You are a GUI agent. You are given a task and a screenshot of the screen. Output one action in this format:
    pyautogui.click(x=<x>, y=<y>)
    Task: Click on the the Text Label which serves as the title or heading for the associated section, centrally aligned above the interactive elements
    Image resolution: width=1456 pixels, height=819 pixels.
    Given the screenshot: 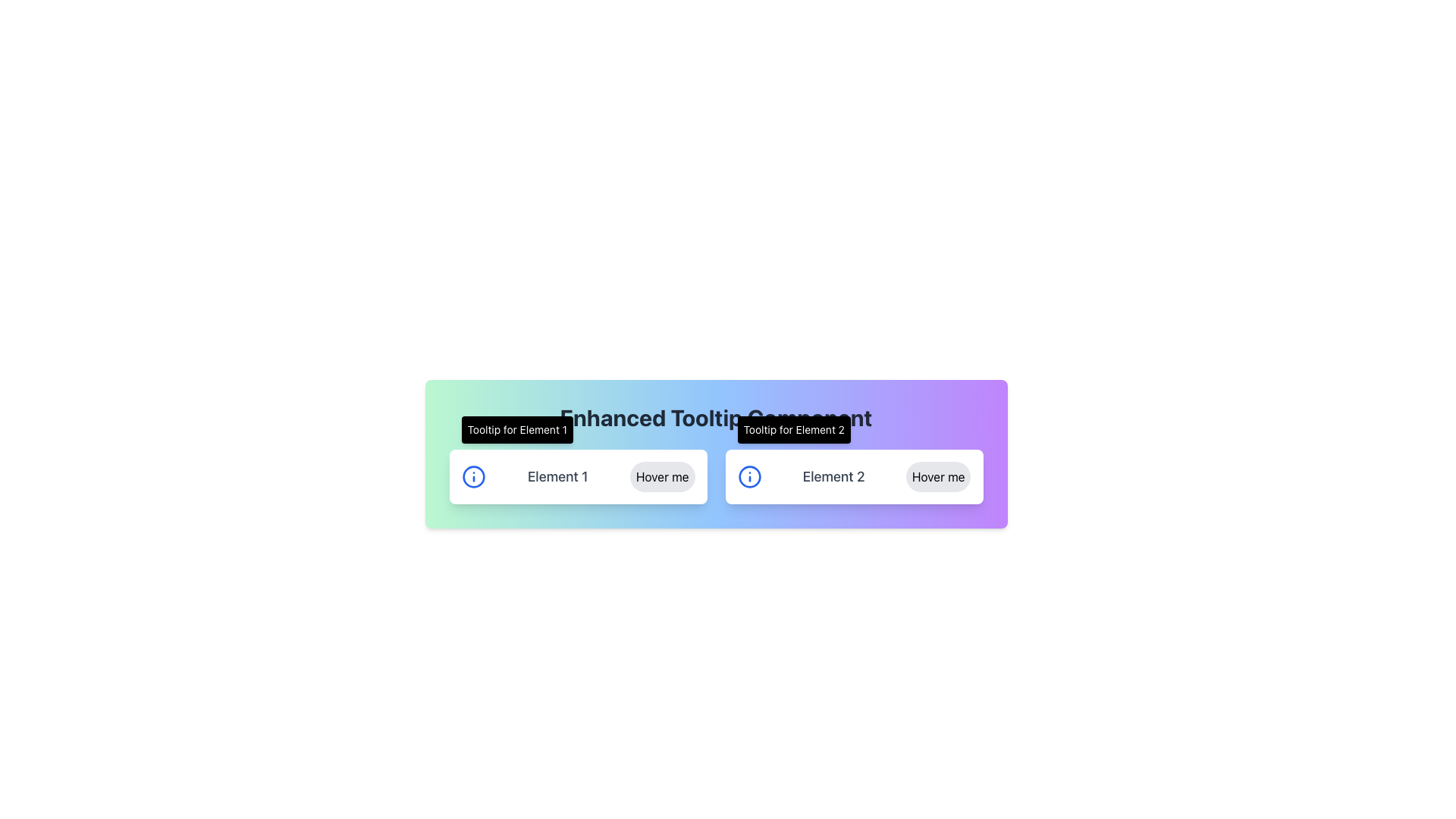 What is the action you would take?
    pyautogui.click(x=715, y=418)
    